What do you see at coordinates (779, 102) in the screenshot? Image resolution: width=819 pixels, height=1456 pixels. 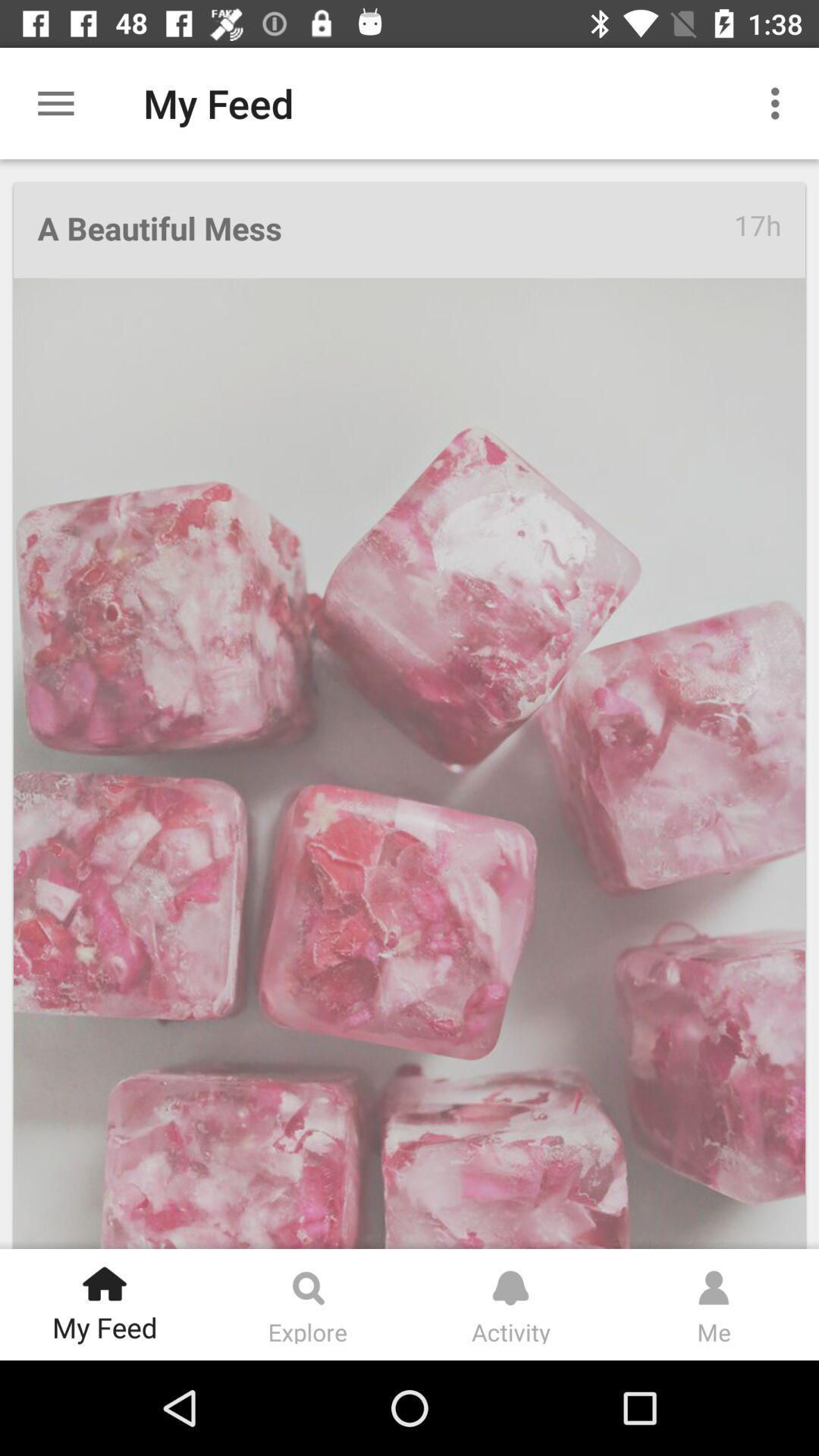 I see `the icon to the right of the my feed item` at bounding box center [779, 102].